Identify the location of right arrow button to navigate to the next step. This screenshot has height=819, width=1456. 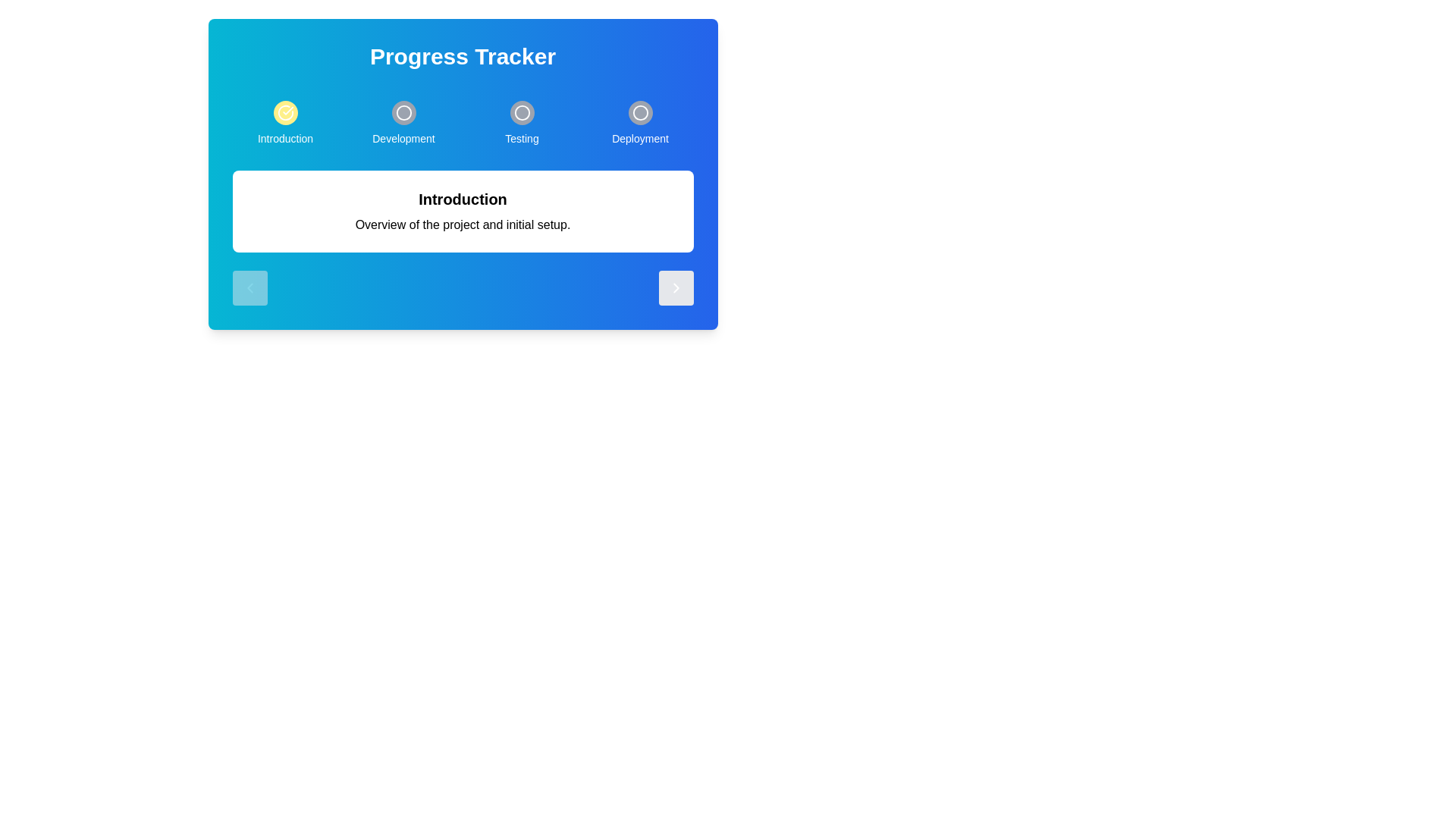
(675, 288).